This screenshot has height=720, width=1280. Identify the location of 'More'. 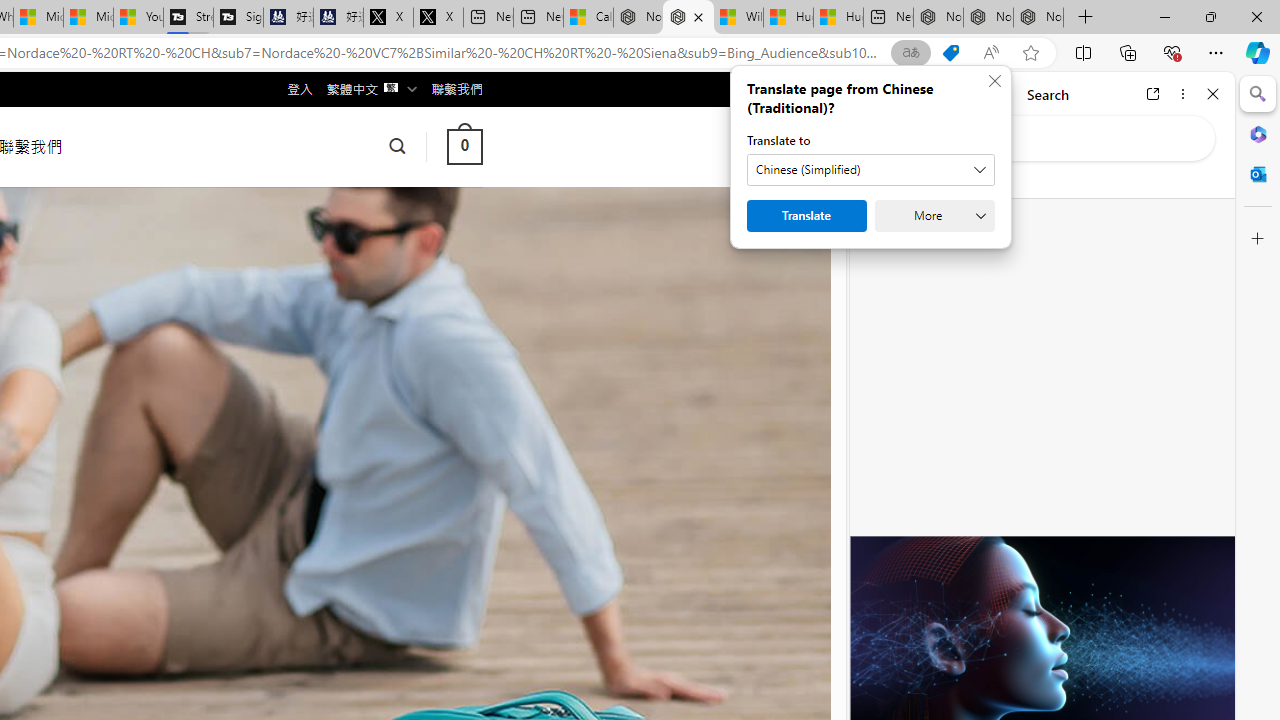
(934, 216).